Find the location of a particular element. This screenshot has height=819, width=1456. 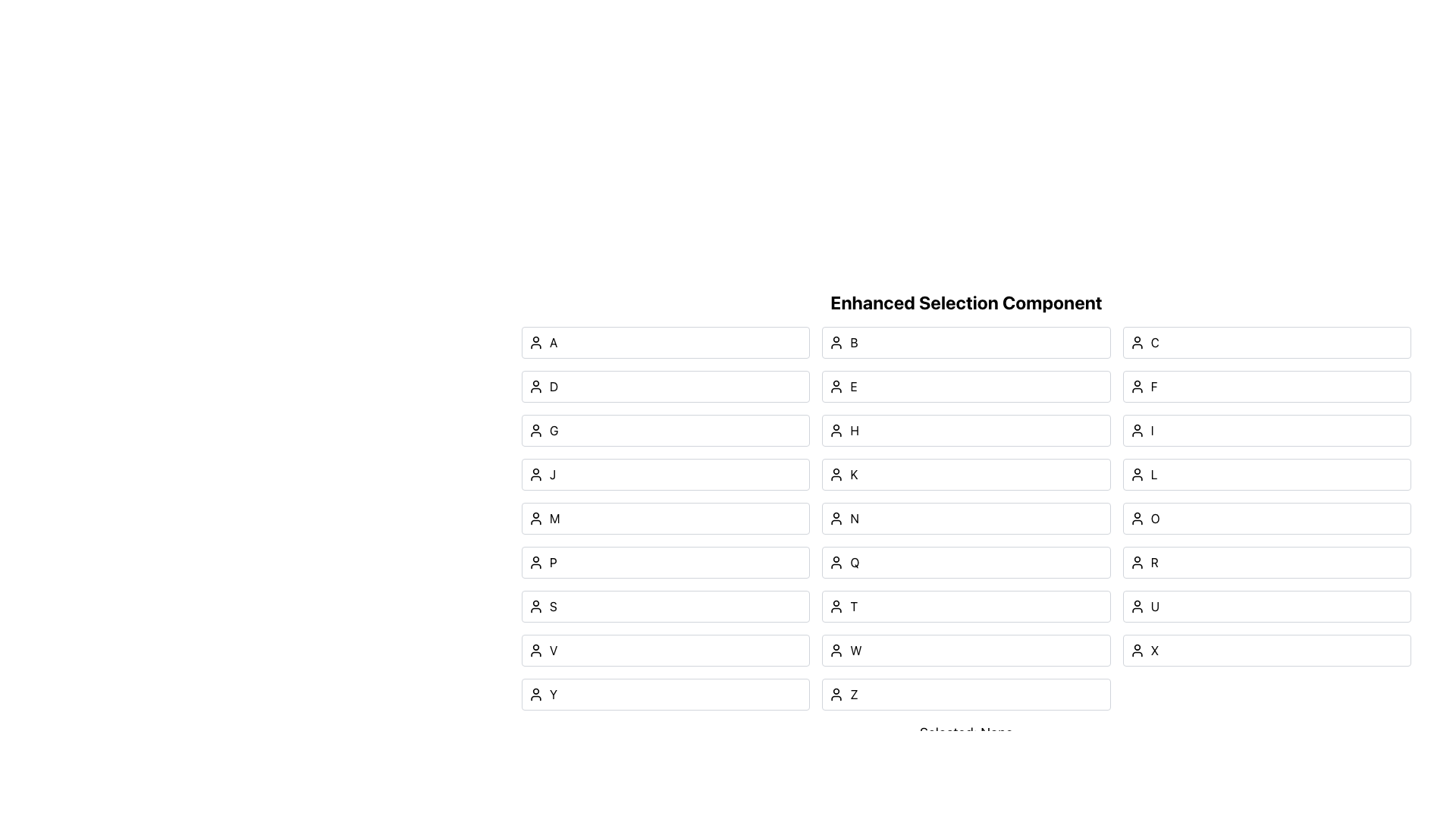

the user silhouette icon within the 'Y' button located in the bottom left corner of the 'Enhanced Selection Component' grid is located at coordinates (535, 694).